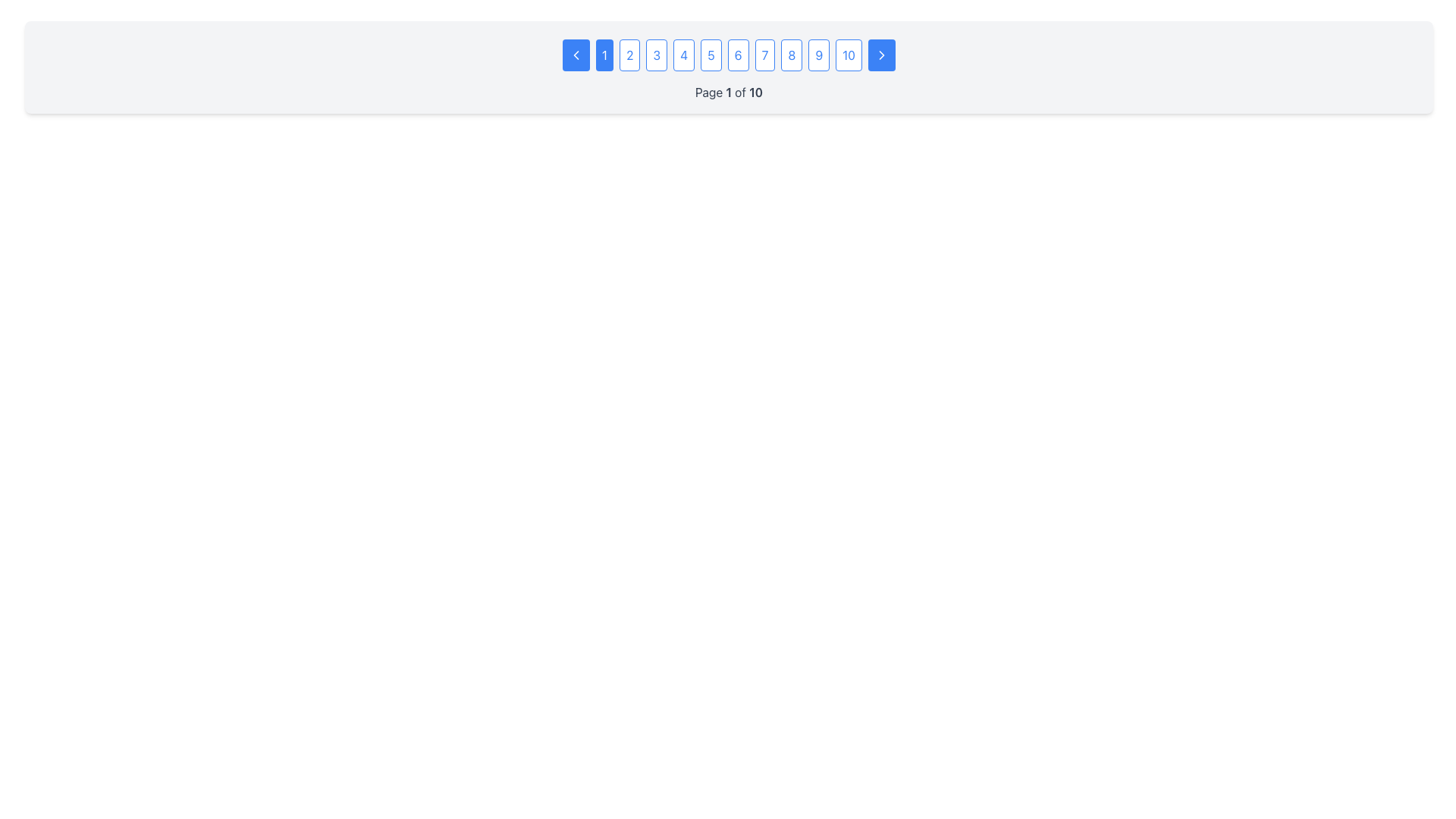  What do you see at coordinates (764, 55) in the screenshot?
I see `the navigation button that changes to page '7'` at bounding box center [764, 55].